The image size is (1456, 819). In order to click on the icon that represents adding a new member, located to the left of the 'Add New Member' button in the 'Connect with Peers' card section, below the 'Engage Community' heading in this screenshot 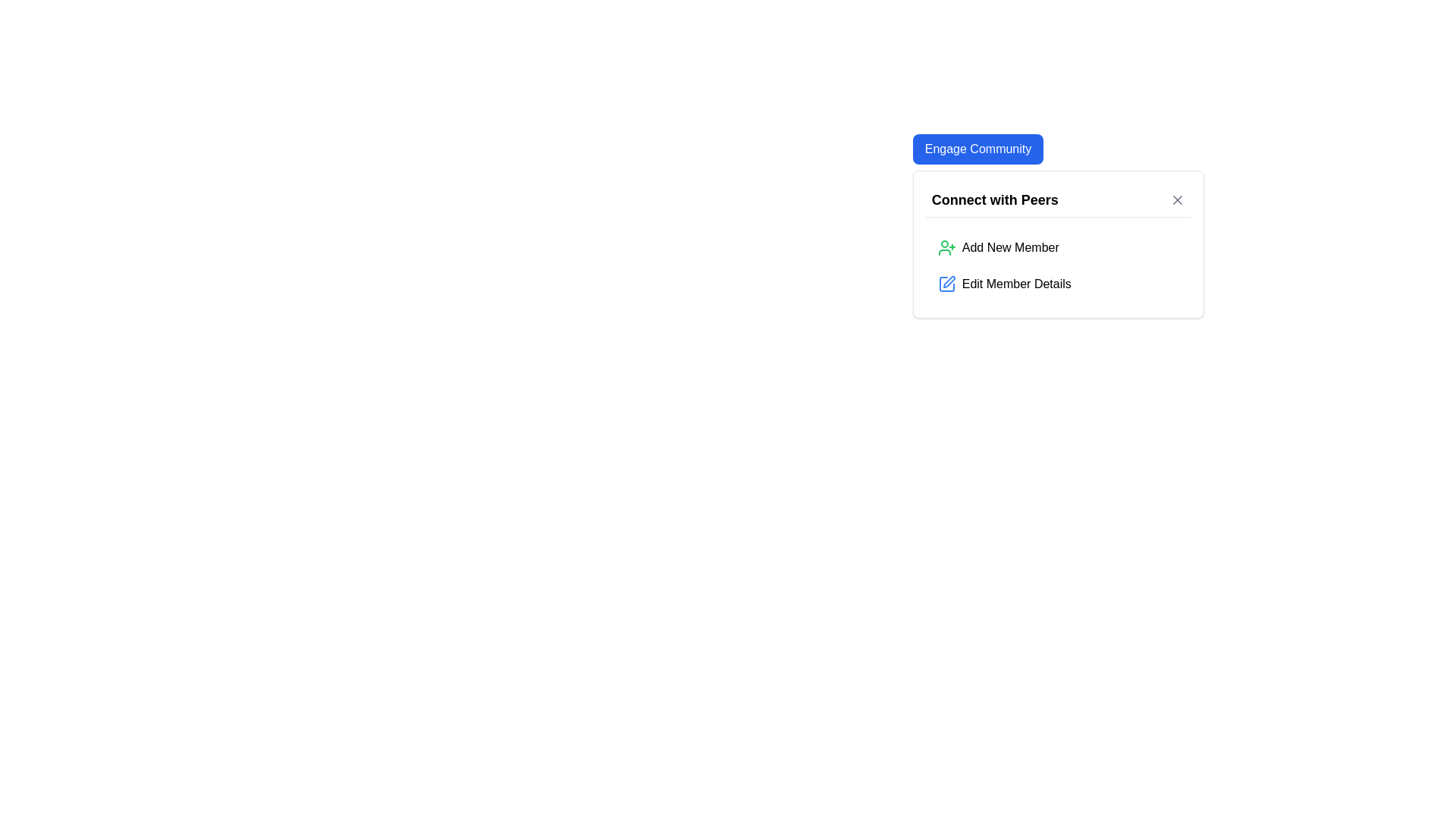, I will do `click(946, 247)`.